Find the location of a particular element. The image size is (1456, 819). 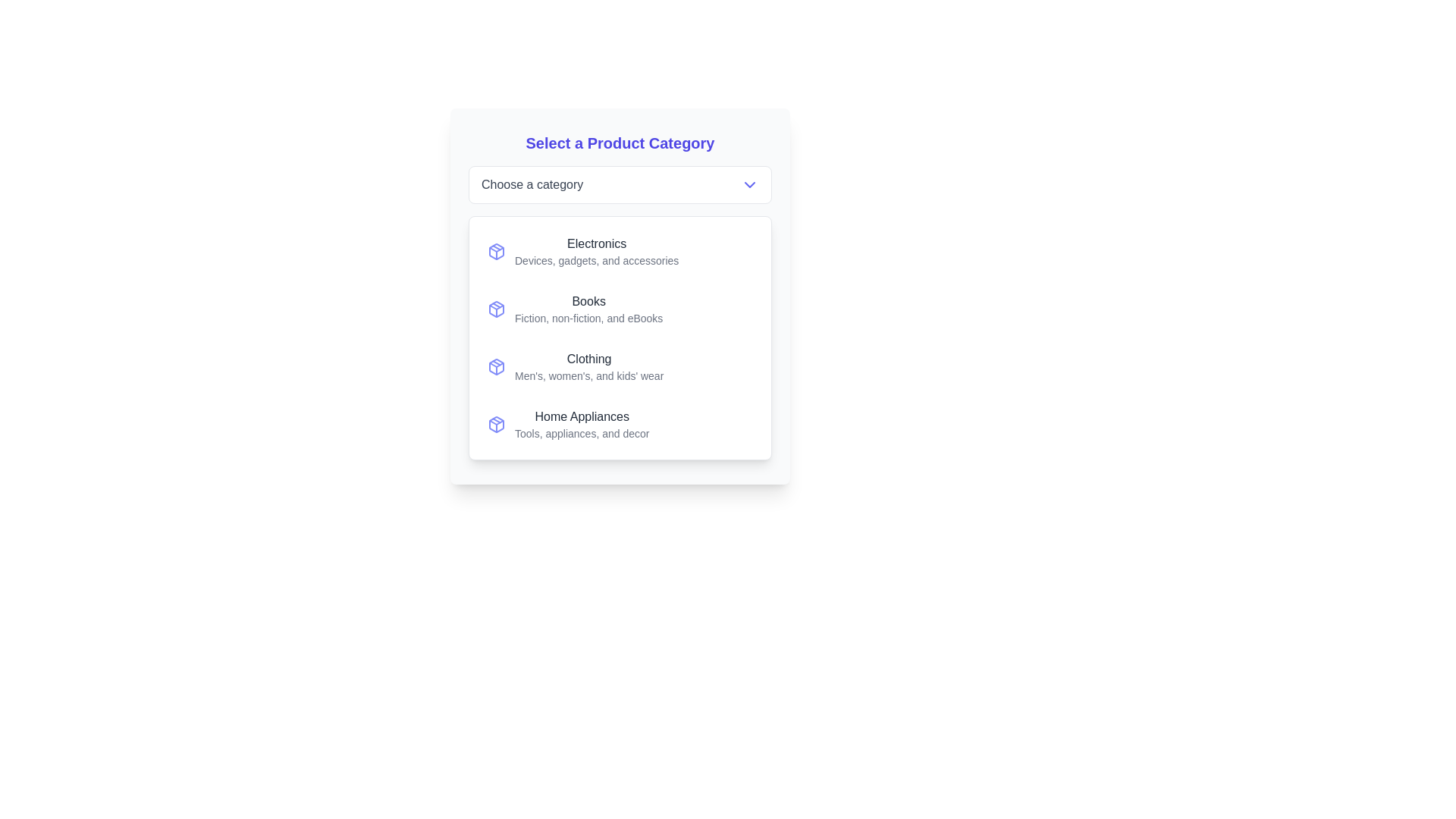

the 'Clothing' category icon, which is the second item in the vertical list, aligned to the left of the text 'Clothing - Men's, women's, and kids' wear is located at coordinates (496, 366).